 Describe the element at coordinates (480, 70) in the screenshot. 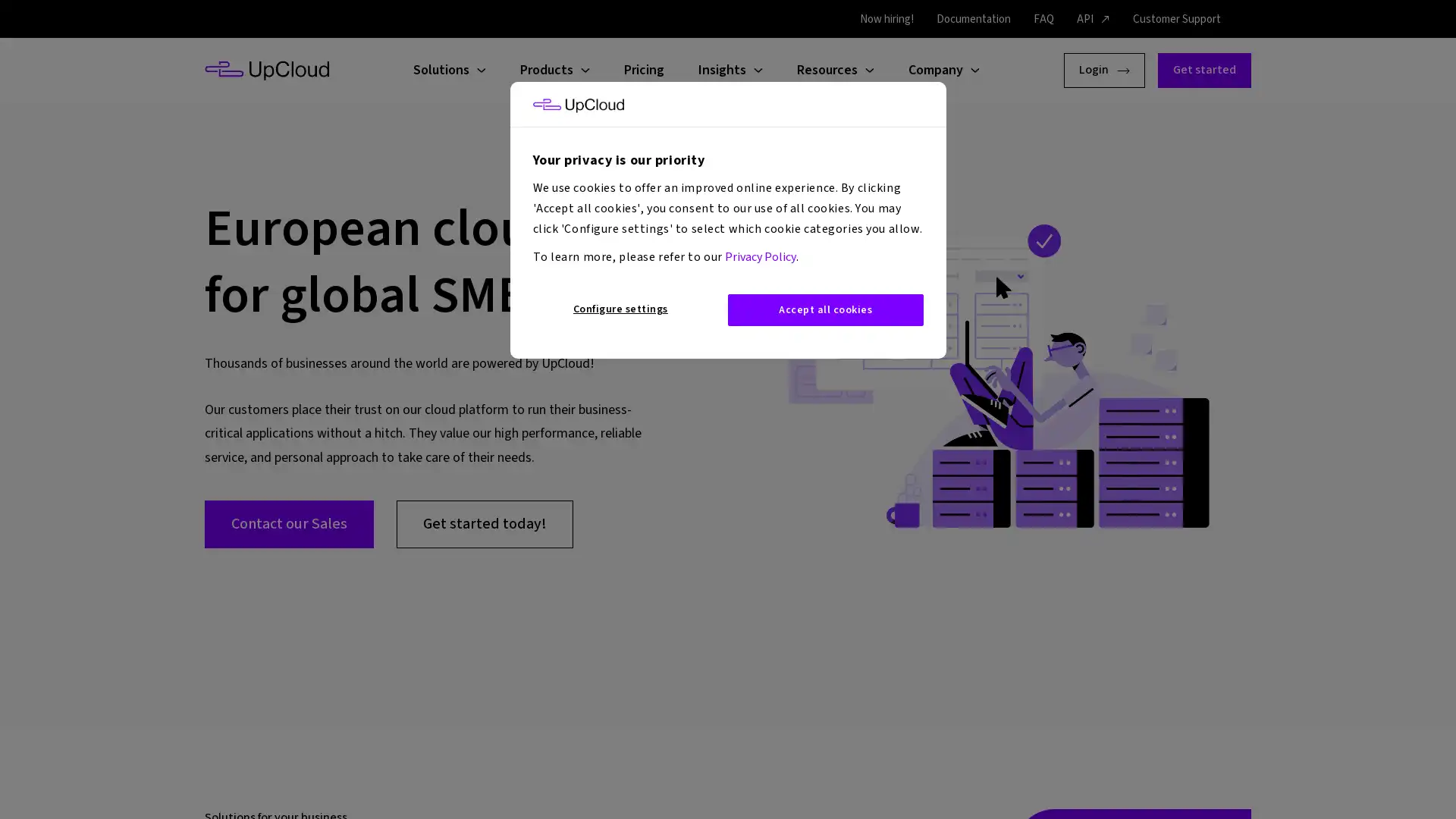

I see `Open child menu for Solutions` at that location.